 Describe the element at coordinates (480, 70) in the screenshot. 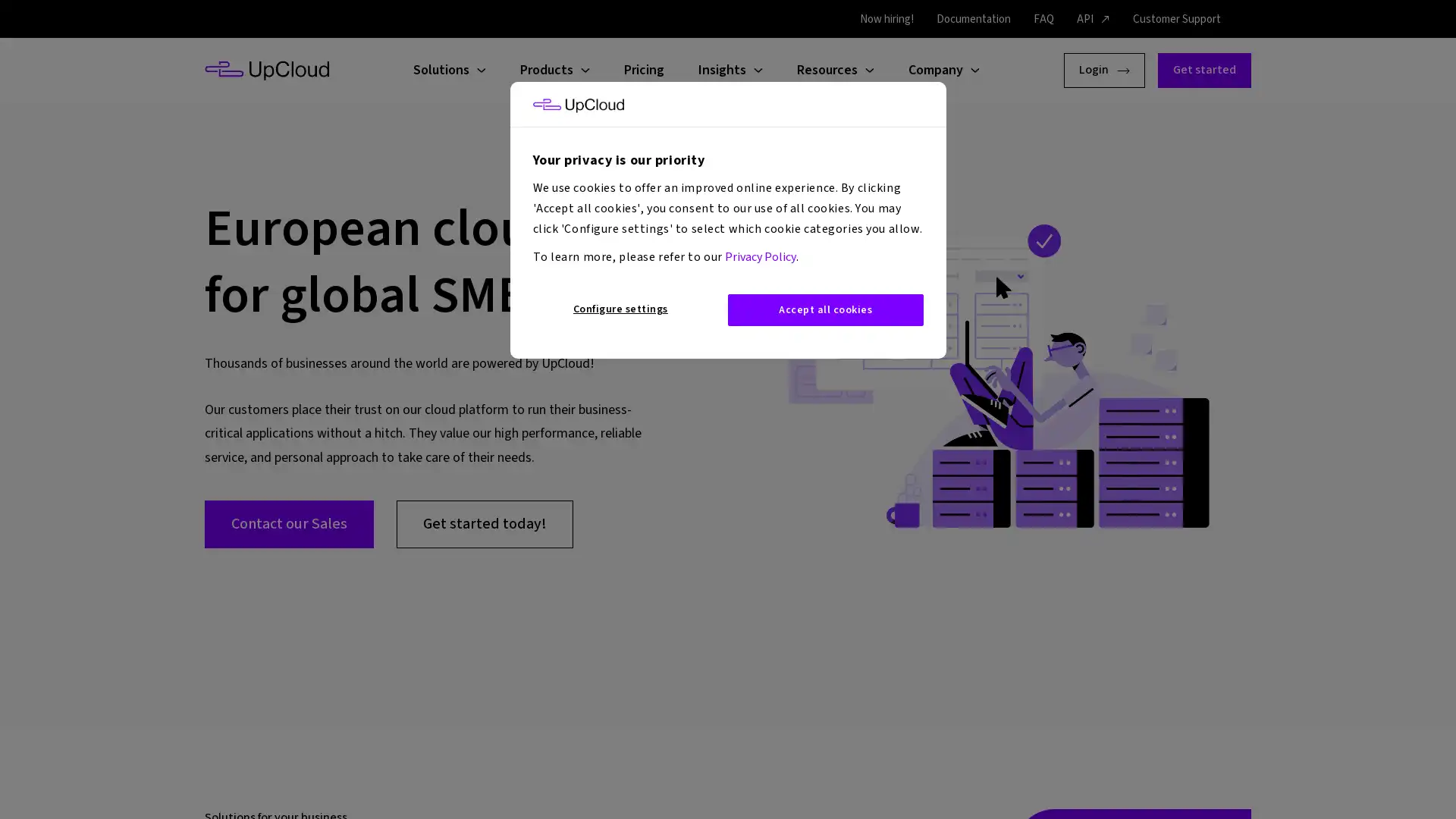

I see `Open child menu for Solutions` at that location.